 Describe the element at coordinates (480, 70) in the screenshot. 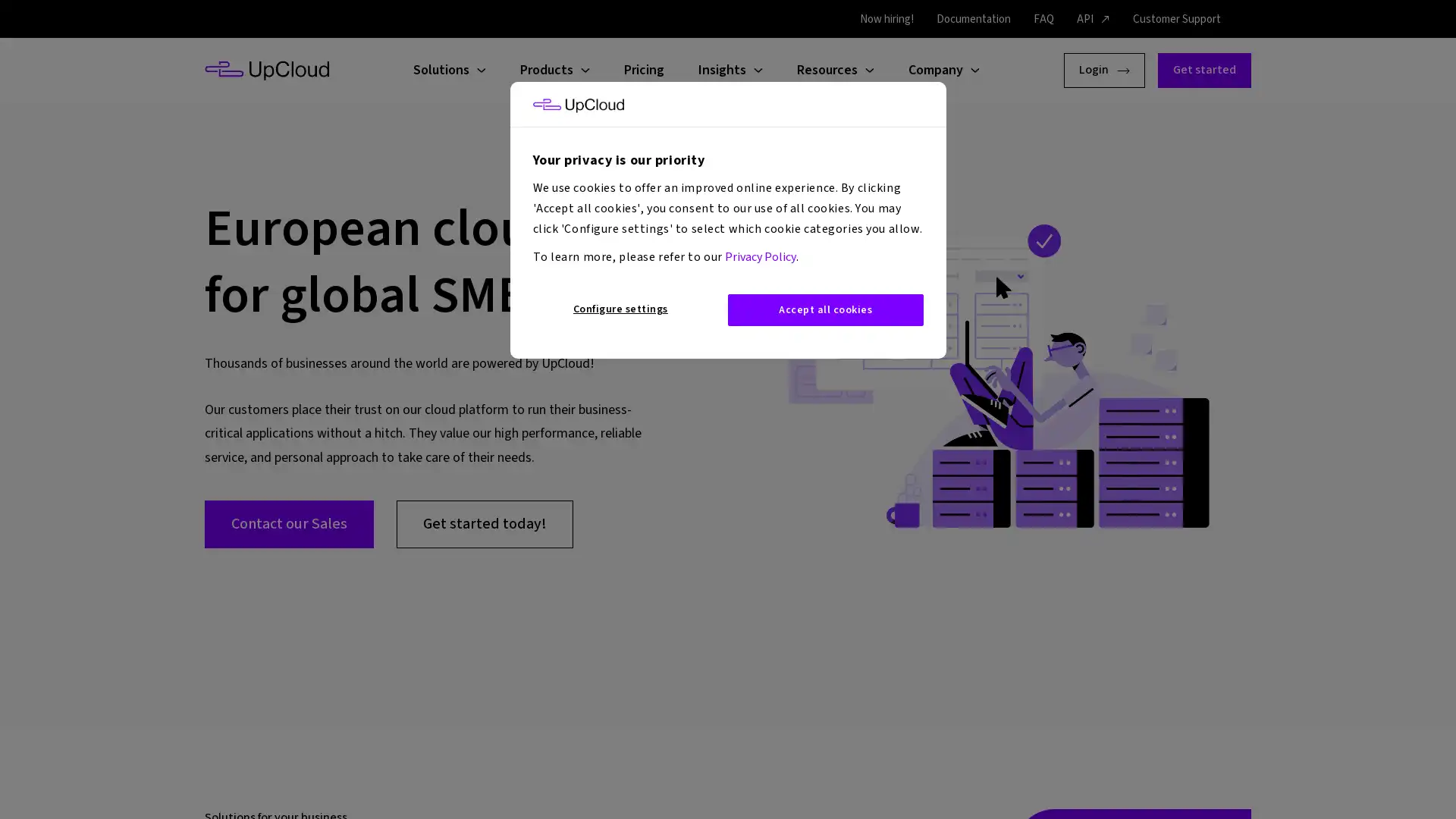

I see `Open child menu for Solutions` at that location.